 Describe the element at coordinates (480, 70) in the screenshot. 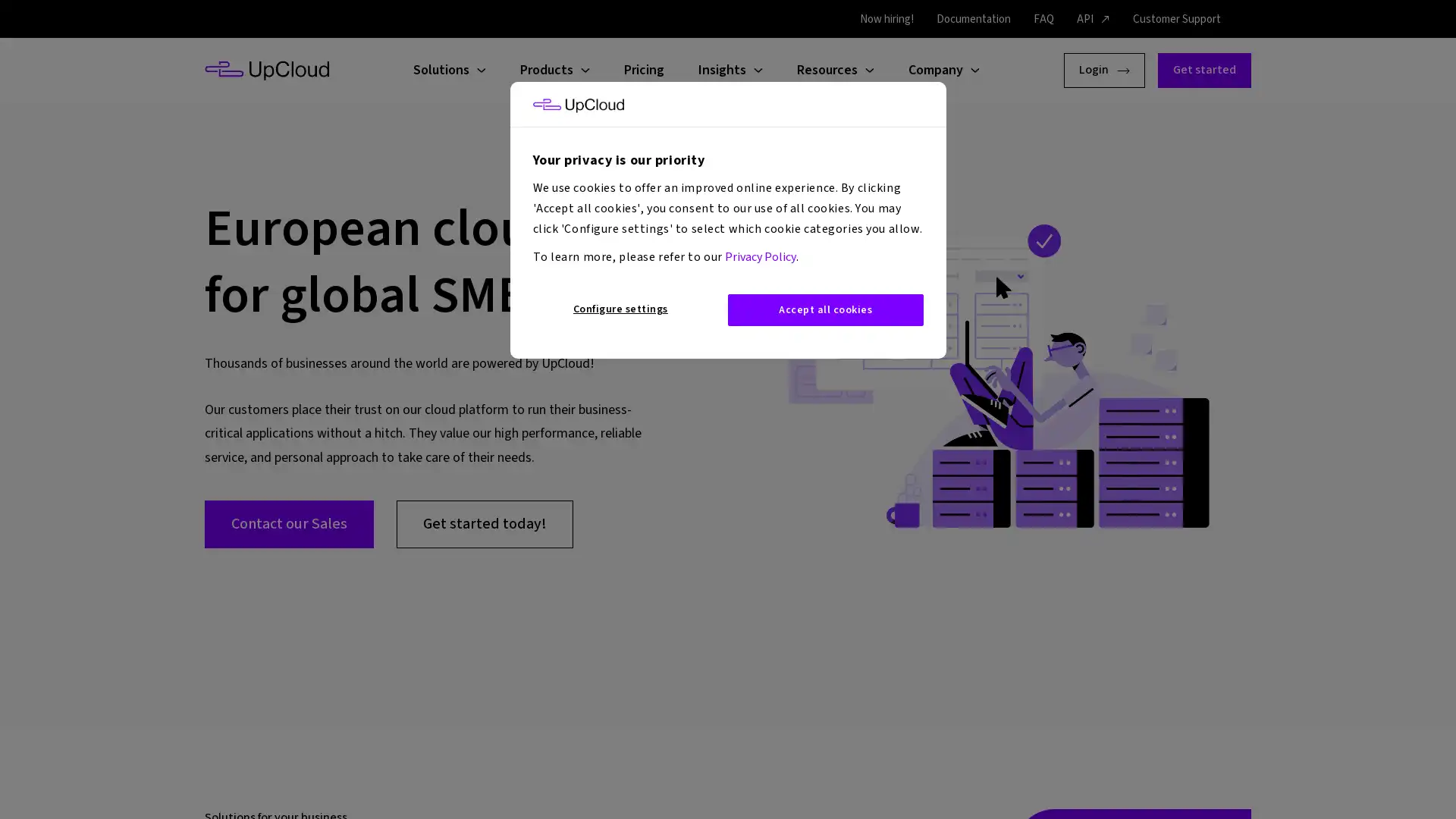

I see `Open child menu for Solutions` at that location.